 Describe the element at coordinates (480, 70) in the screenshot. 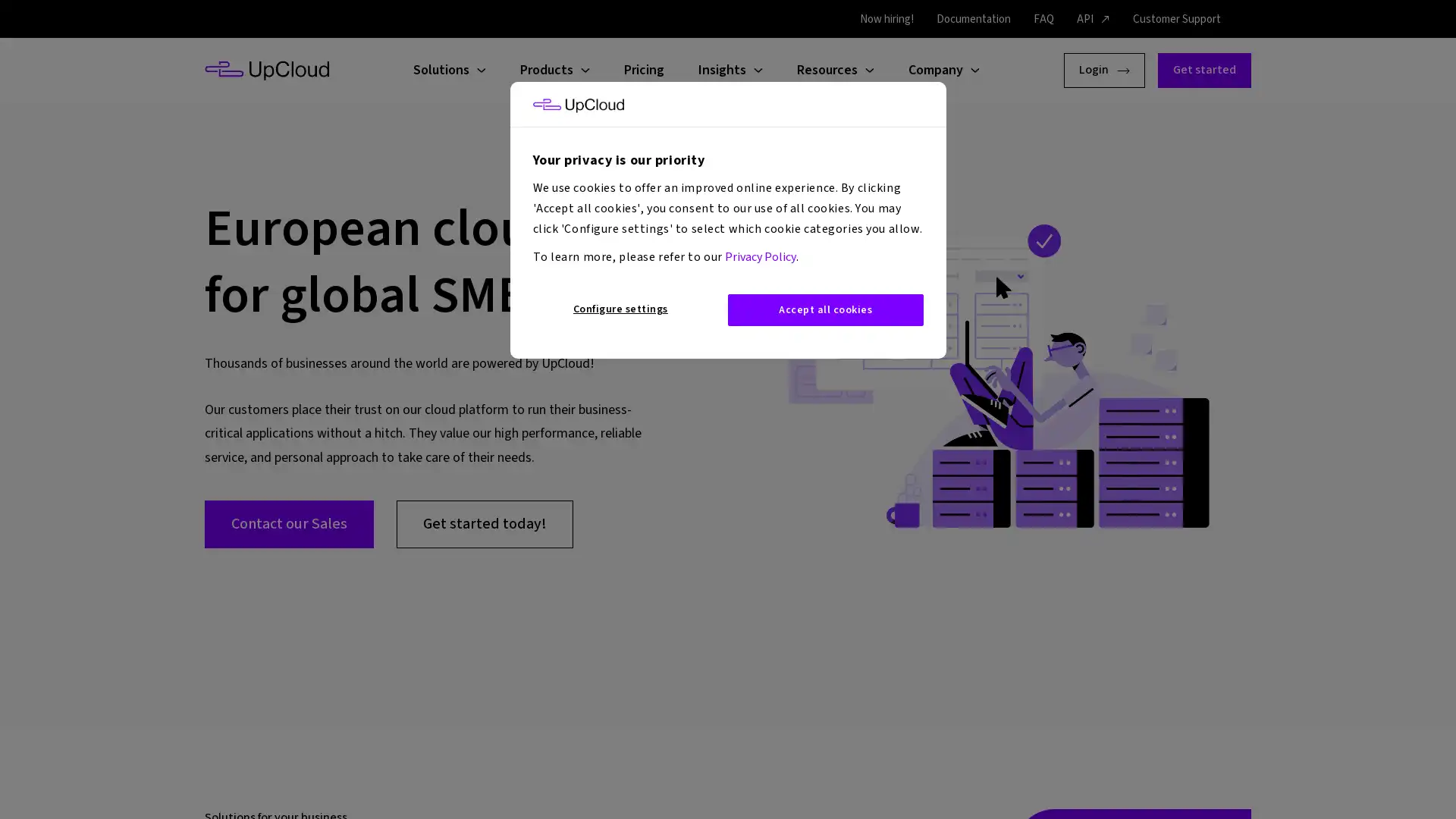

I see `Open child menu for Solutions` at that location.